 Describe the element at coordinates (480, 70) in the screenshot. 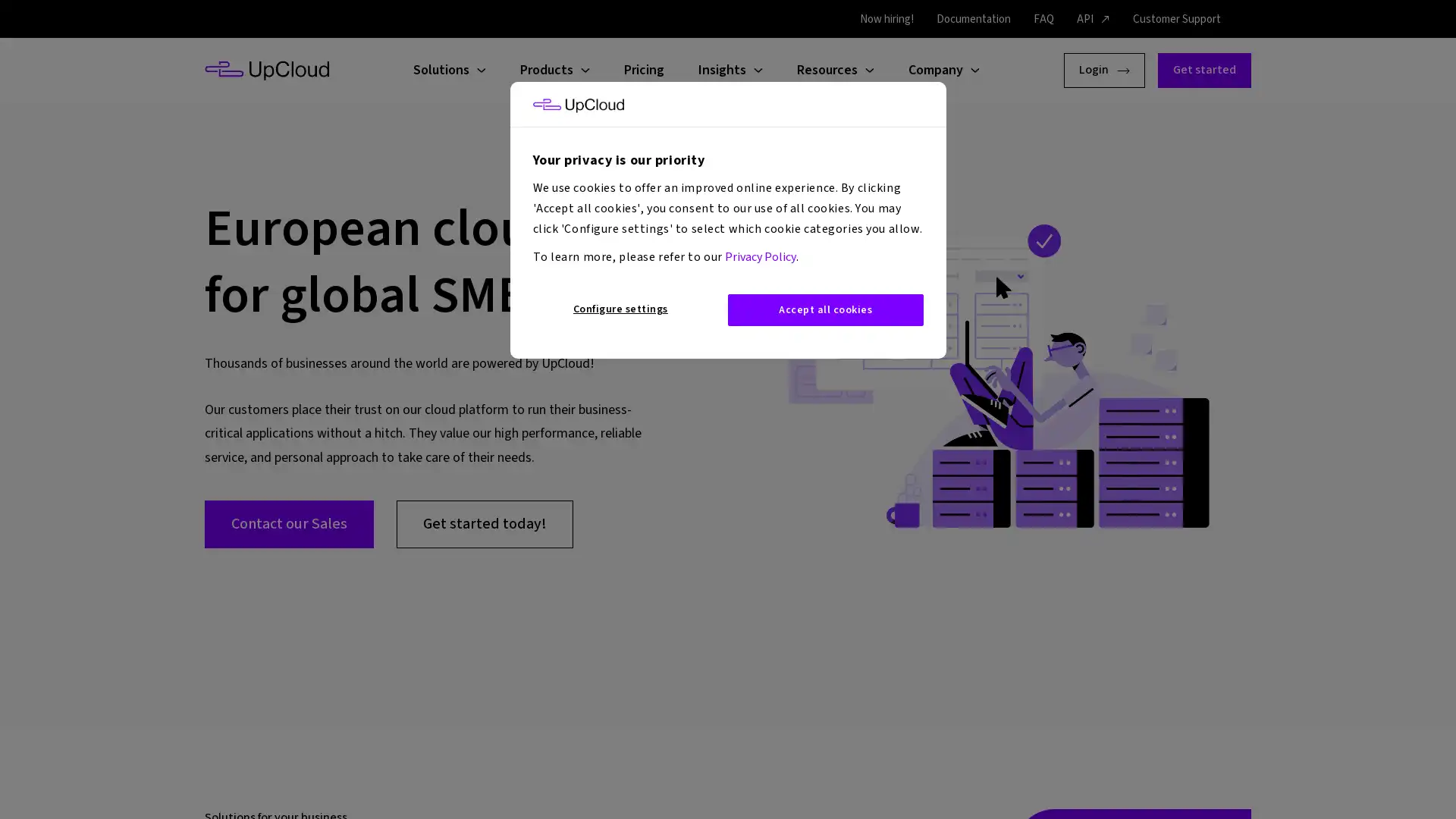

I see `Open child menu for Solutions` at that location.